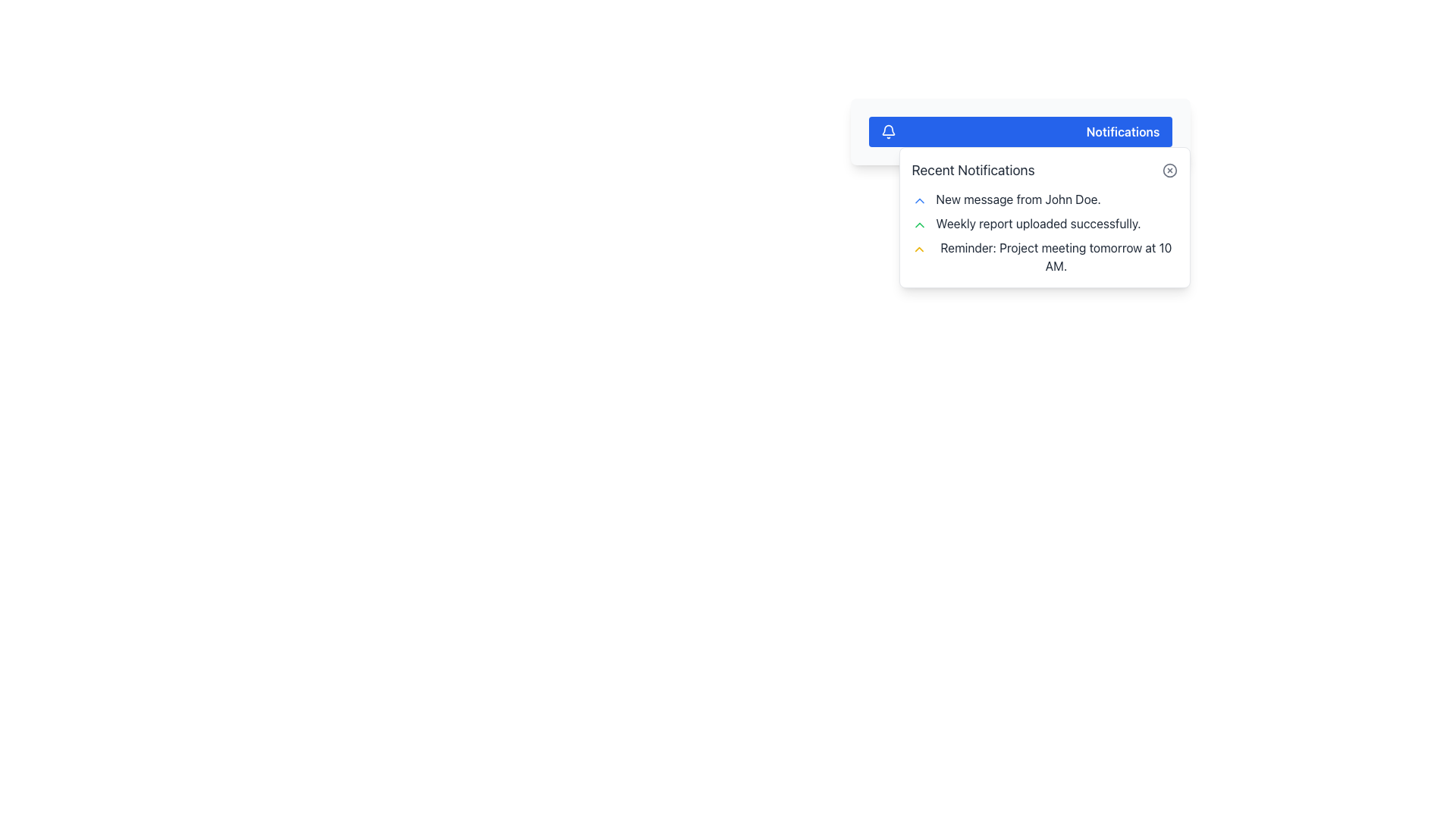 The width and height of the screenshot is (1456, 819). I want to click on the topmost notification item in the 'Recent Notifications' panel, so click(1043, 198).